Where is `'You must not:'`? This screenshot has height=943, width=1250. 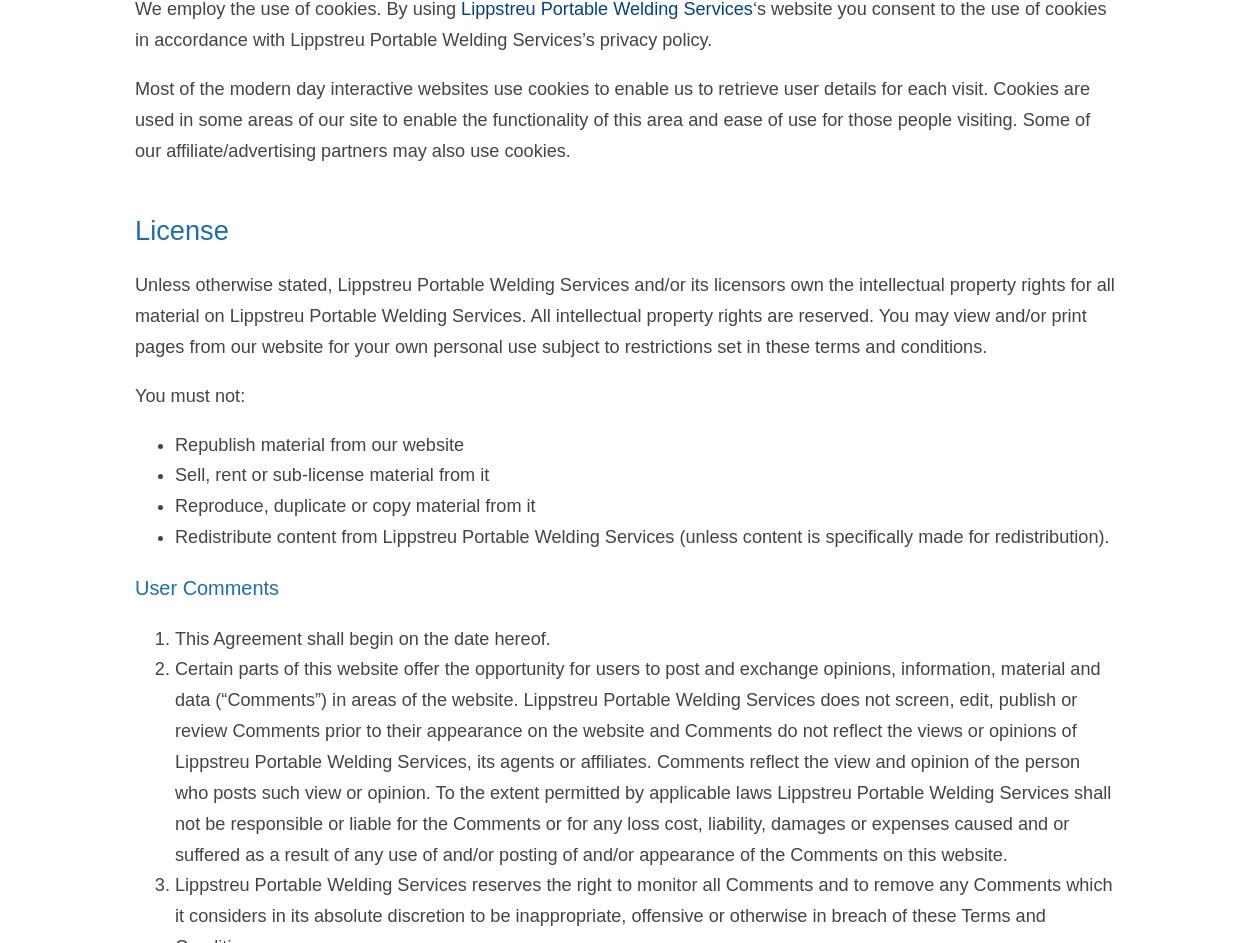
'You must not:' is located at coordinates (135, 394).